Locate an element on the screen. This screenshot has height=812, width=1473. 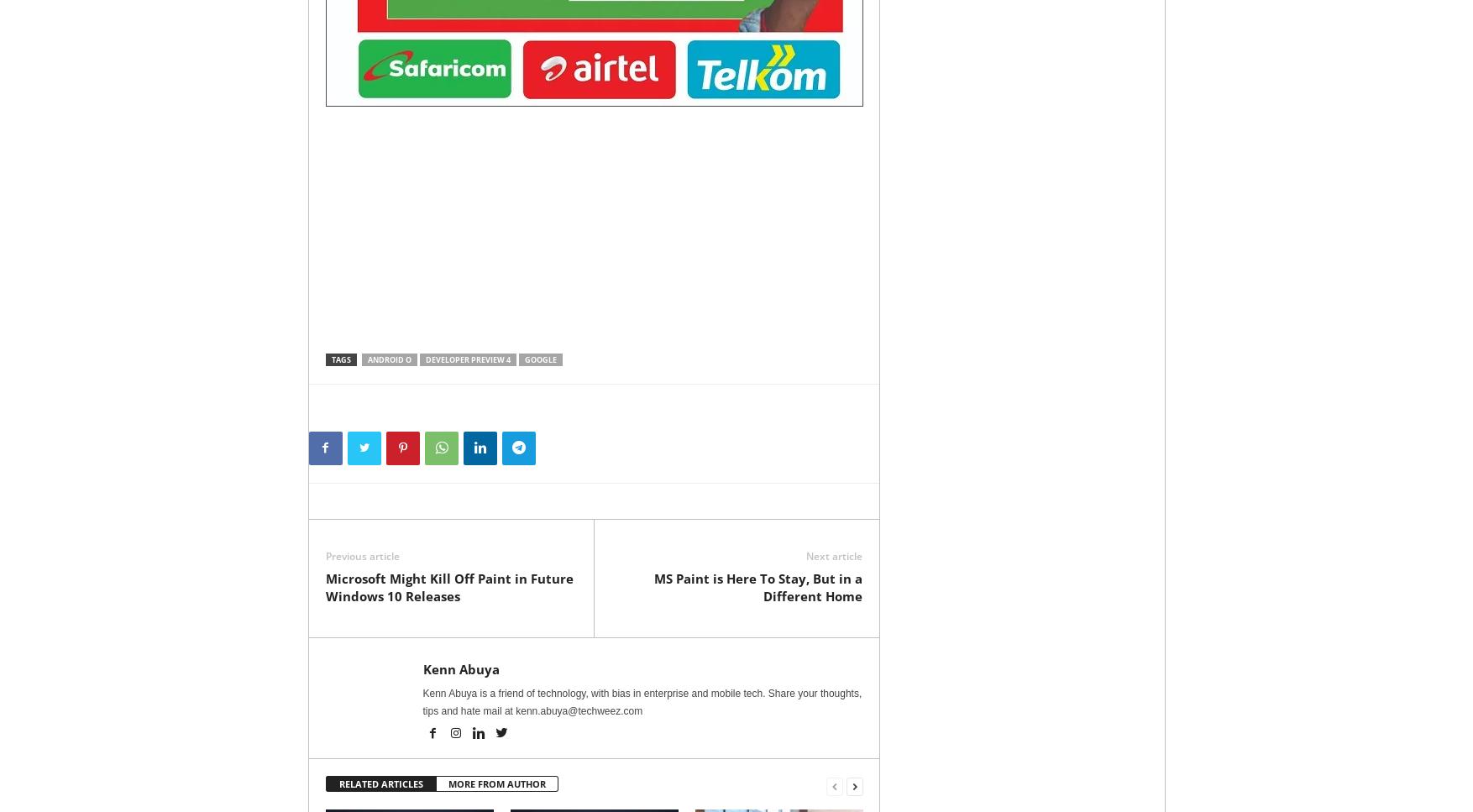
'Developer Preview 4' is located at coordinates (467, 359).